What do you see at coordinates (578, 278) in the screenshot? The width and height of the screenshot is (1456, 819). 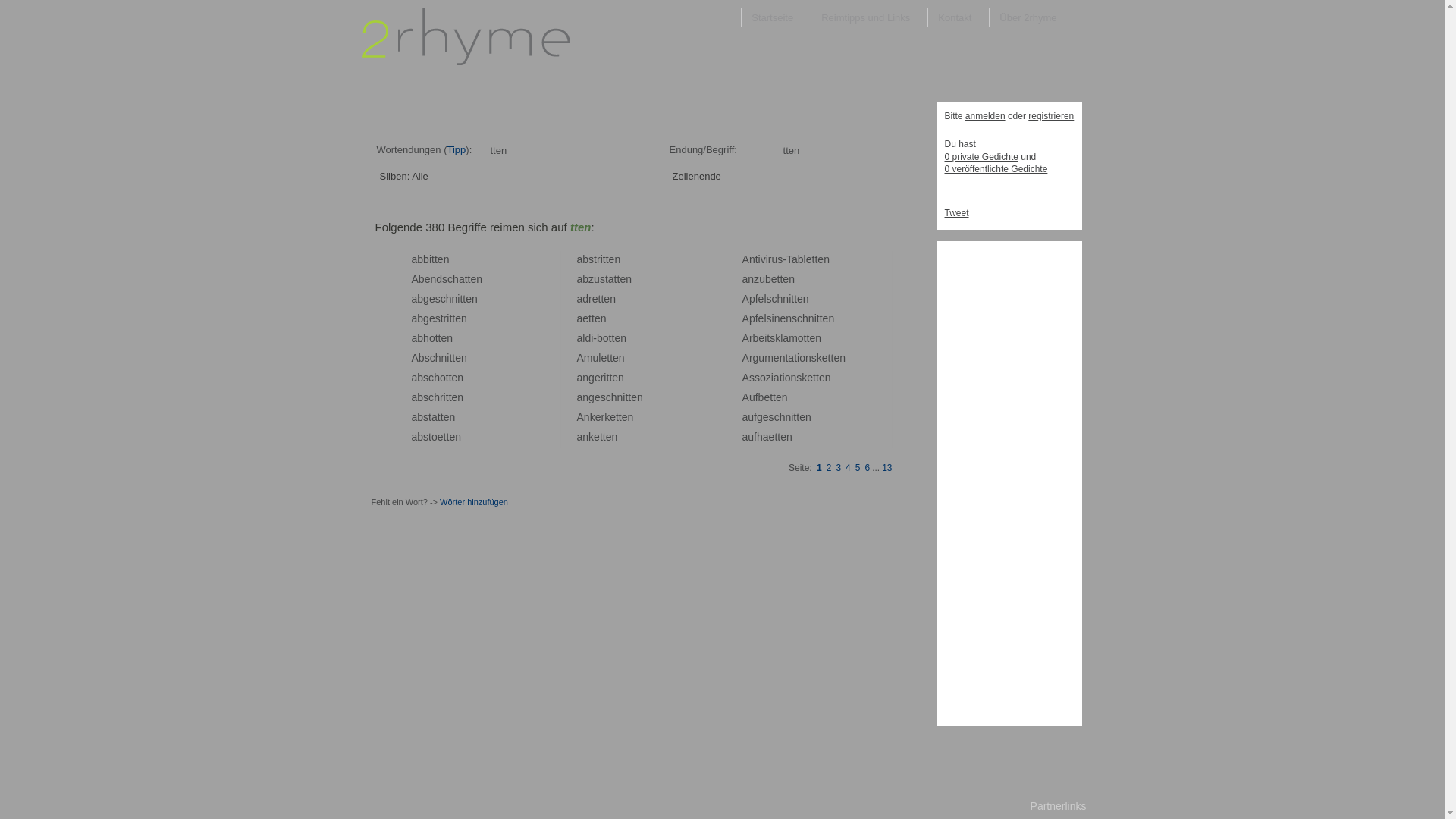 I see `'a'` at bounding box center [578, 278].